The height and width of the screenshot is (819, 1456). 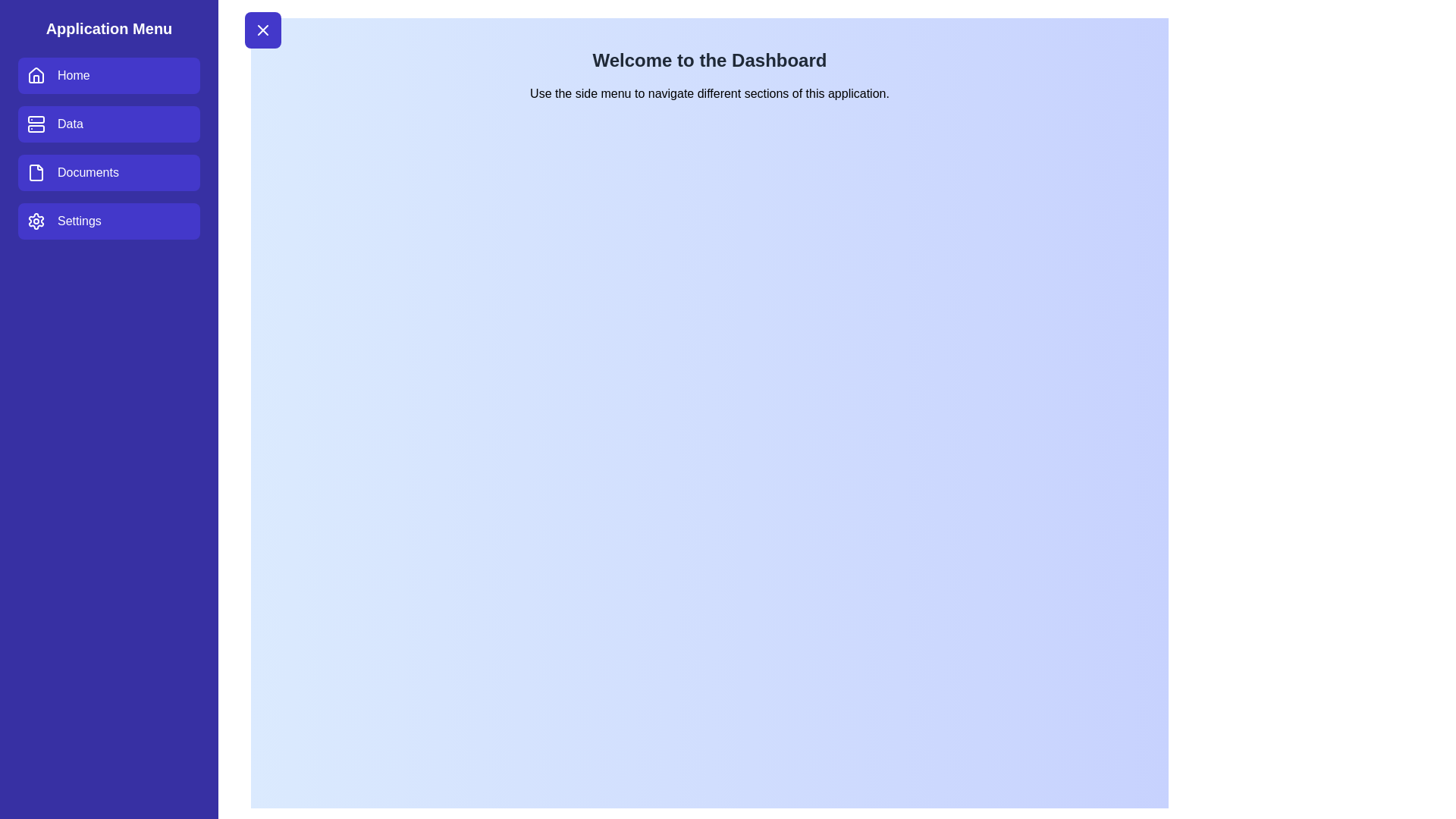 What do you see at coordinates (108, 76) in the screenshot?
I see `the menu item Home` at bounding box center [108, 76].